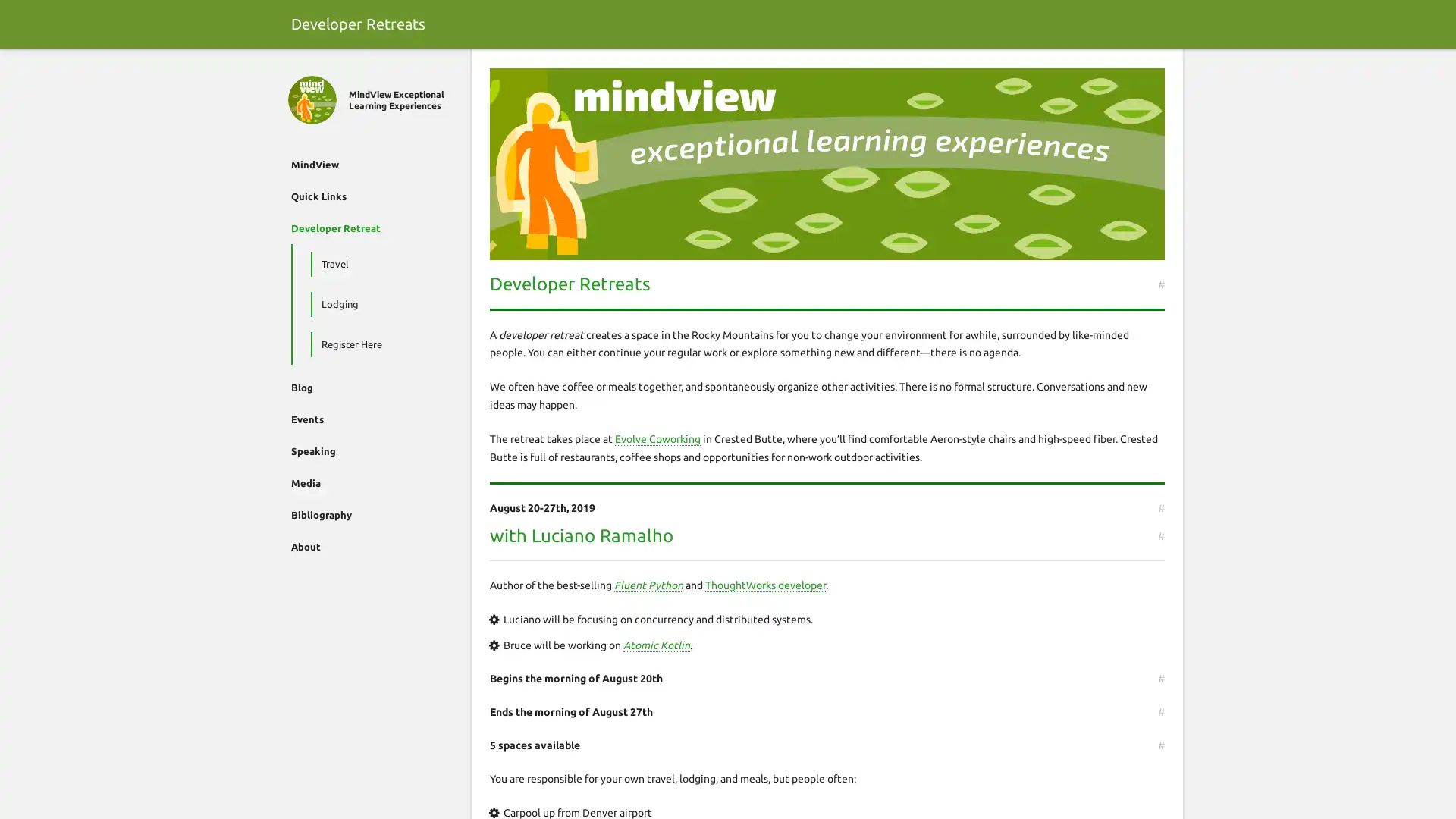 Image resolution: width=1456 pixels, height=819 pixels. Describe the element at coordinates (1157, 66) in the screenshot. I see `Search` at that location.